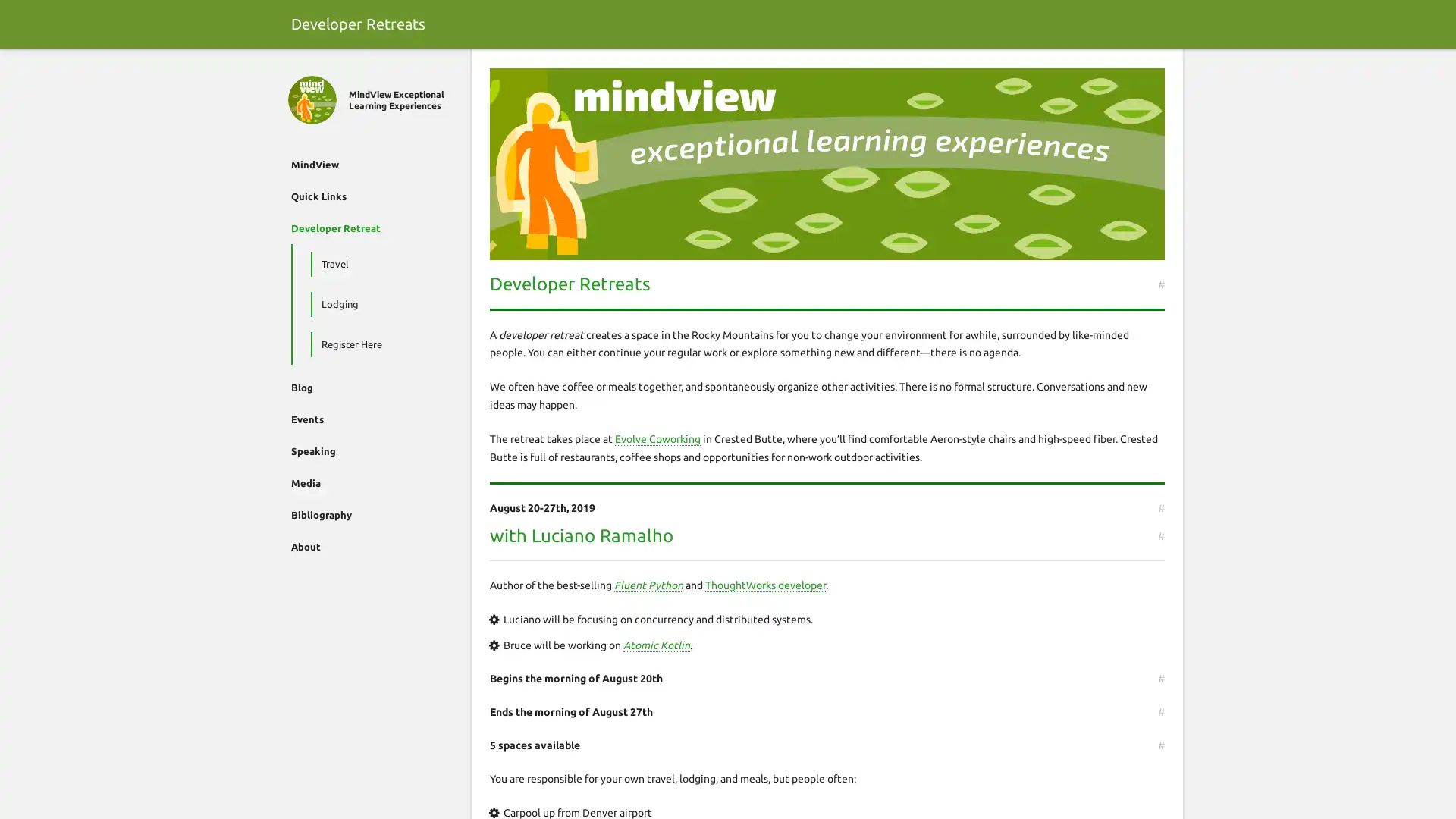 Image resolution: width=1456 pixels, height=819 pixels. Describe the element at coordinates (1157, 66) in the screenshot. I see `Search` at that location.